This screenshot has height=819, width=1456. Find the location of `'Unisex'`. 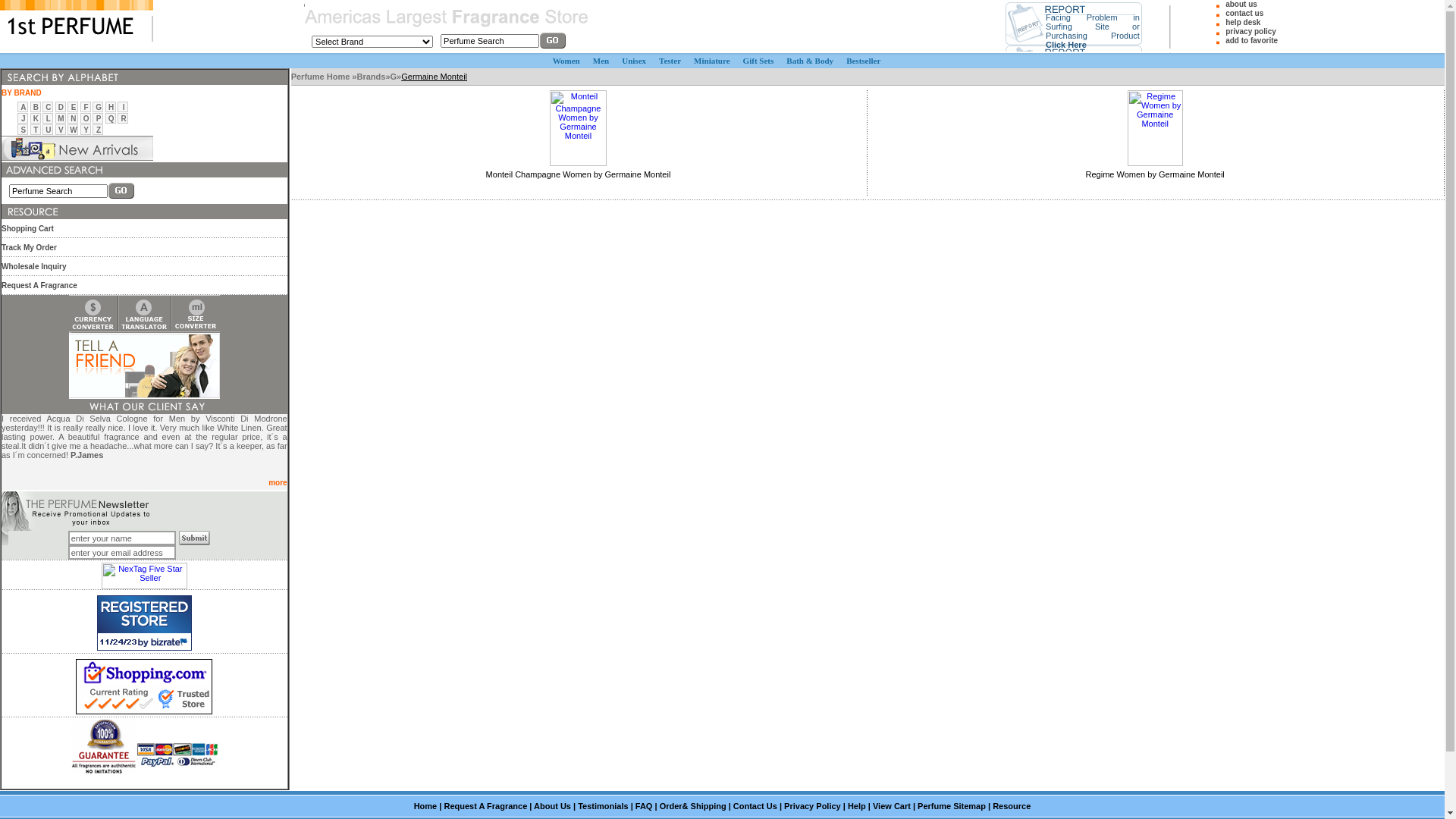

'Unisex' is located at coordinates (633, 60).